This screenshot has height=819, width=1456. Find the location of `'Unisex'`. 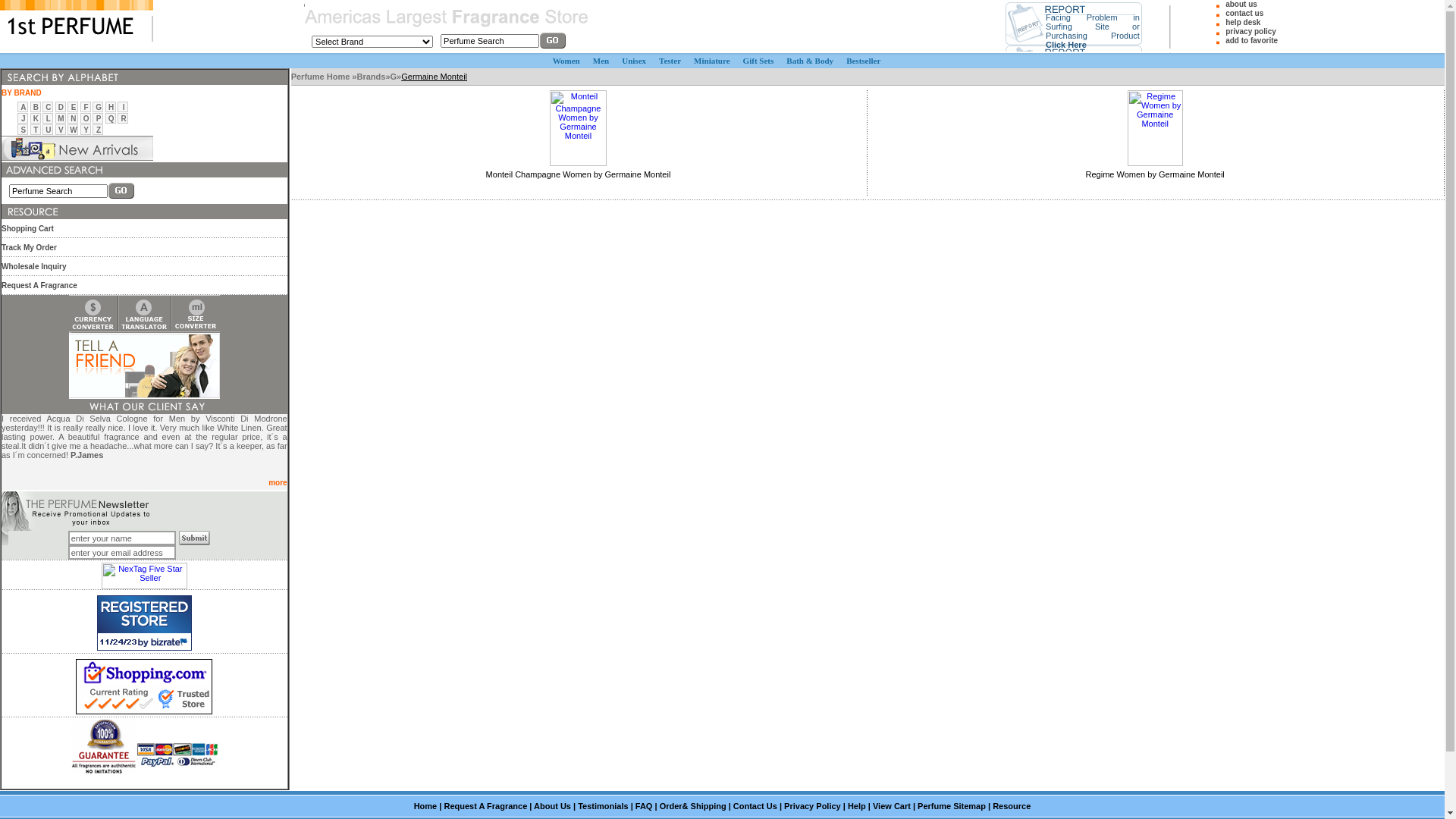

'Unisex' is located at coordinates (633, 60).